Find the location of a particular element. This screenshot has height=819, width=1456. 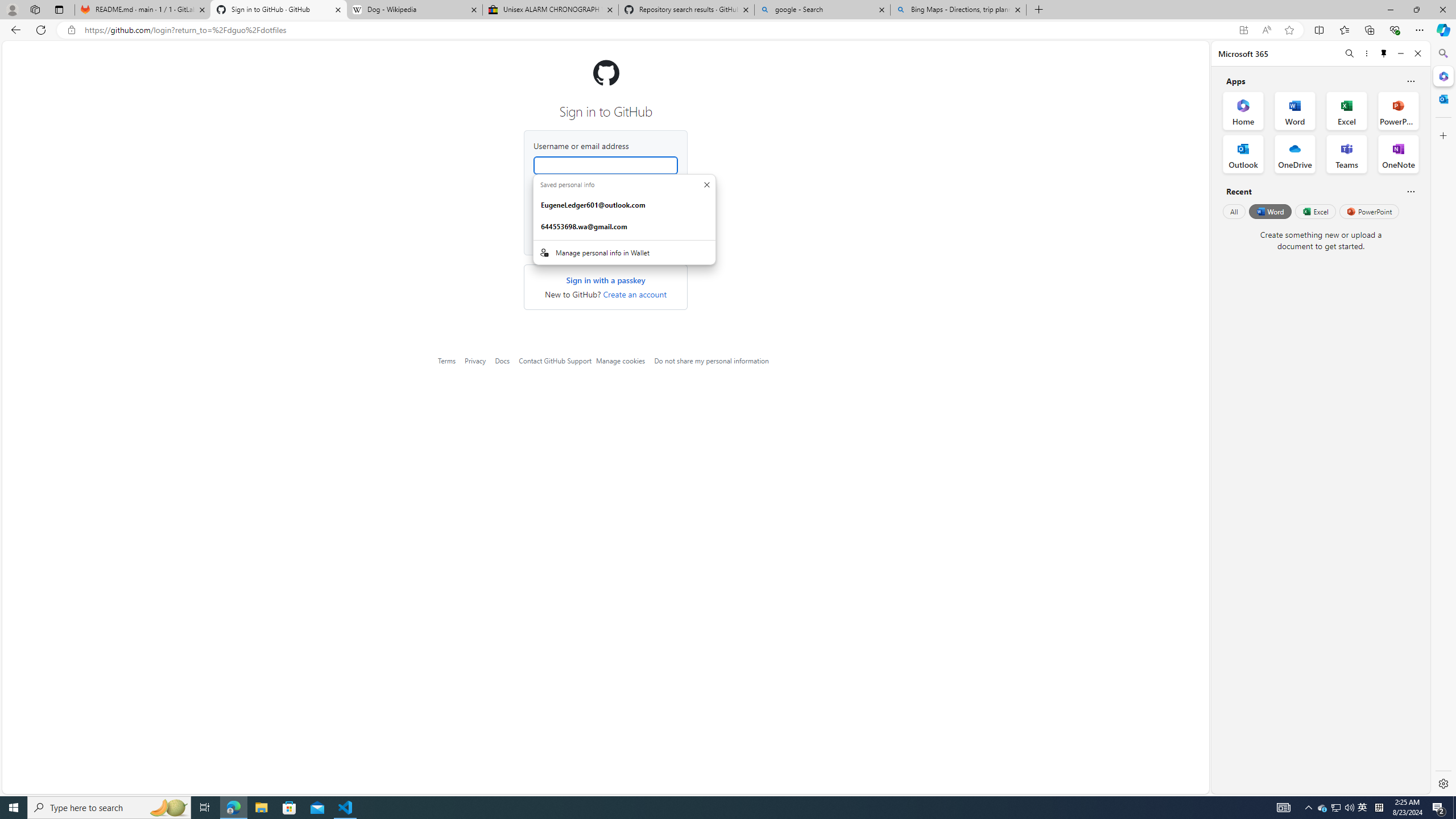

'OneNote Office App' is located at coordinates (1398, 154).